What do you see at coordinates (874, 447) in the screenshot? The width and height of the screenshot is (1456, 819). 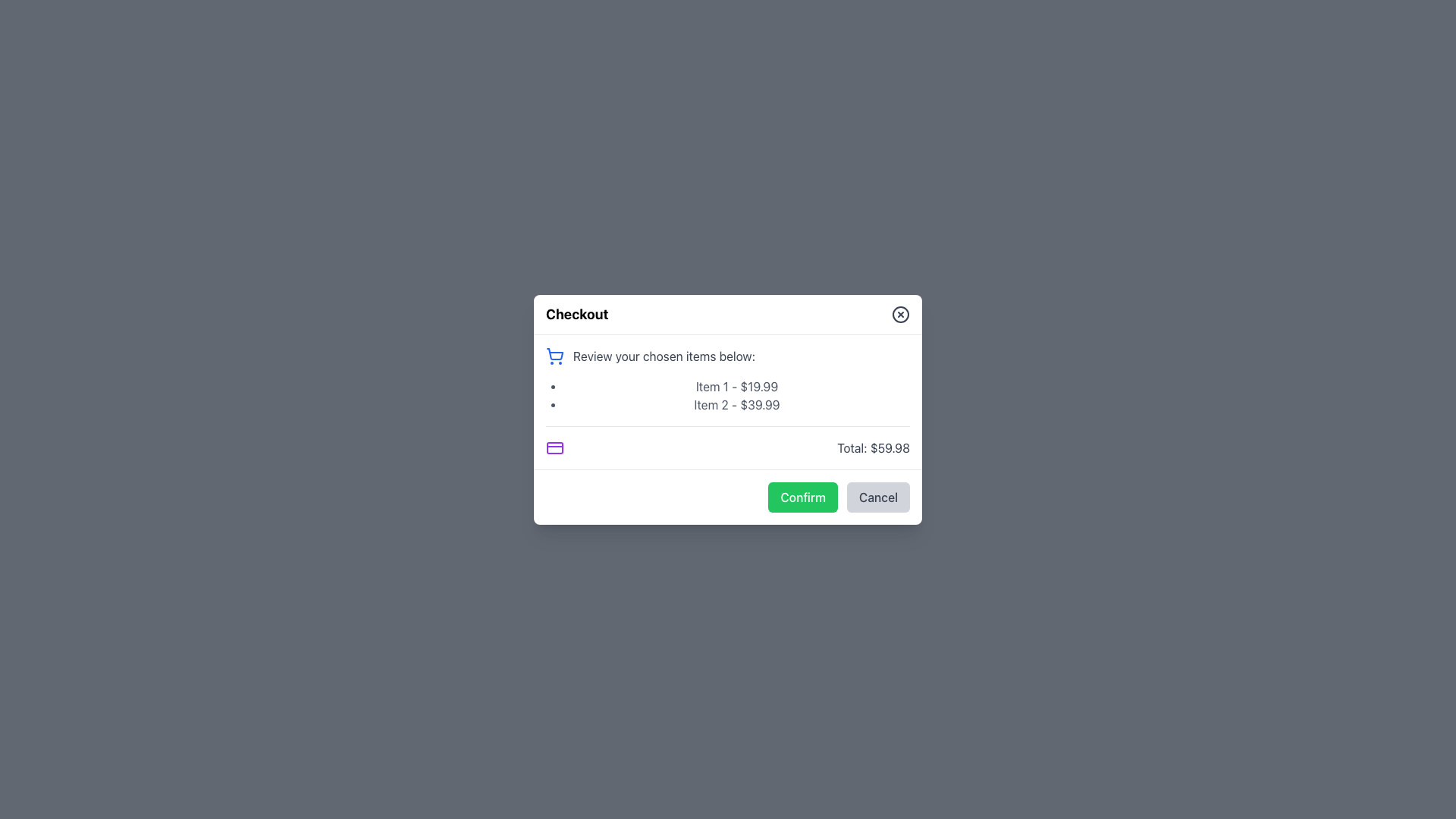 I see `the static text label displaying 'Total: $59.98' in dark gray, located at the bottom-right of the dialog box` at bounding box center [874, 447].